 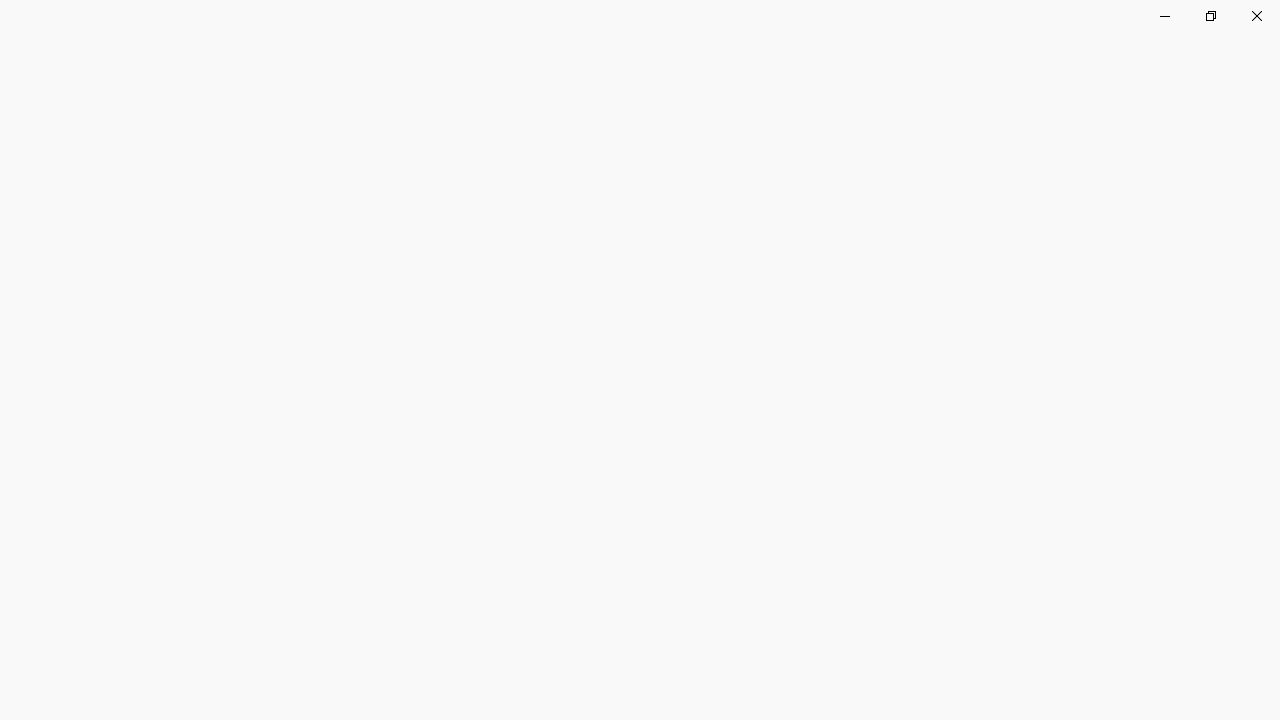 What do you see at coordinates (1164, 15) in the screenshot?
I see `'Minimize Clock'` at bounding box center [1164, 15].